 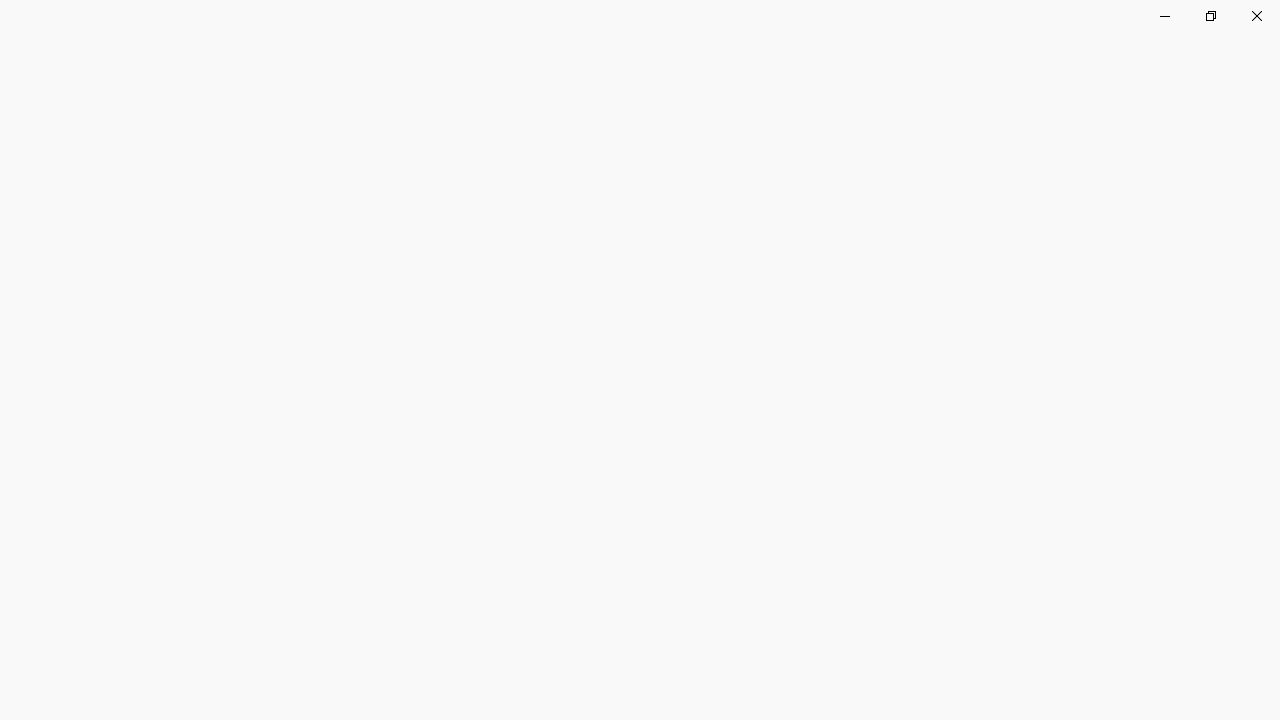 What do you see at coordinates (1164, 15) in the screenshot?
I see `'Minimize Clock'` at bounding box center [1164, 15].